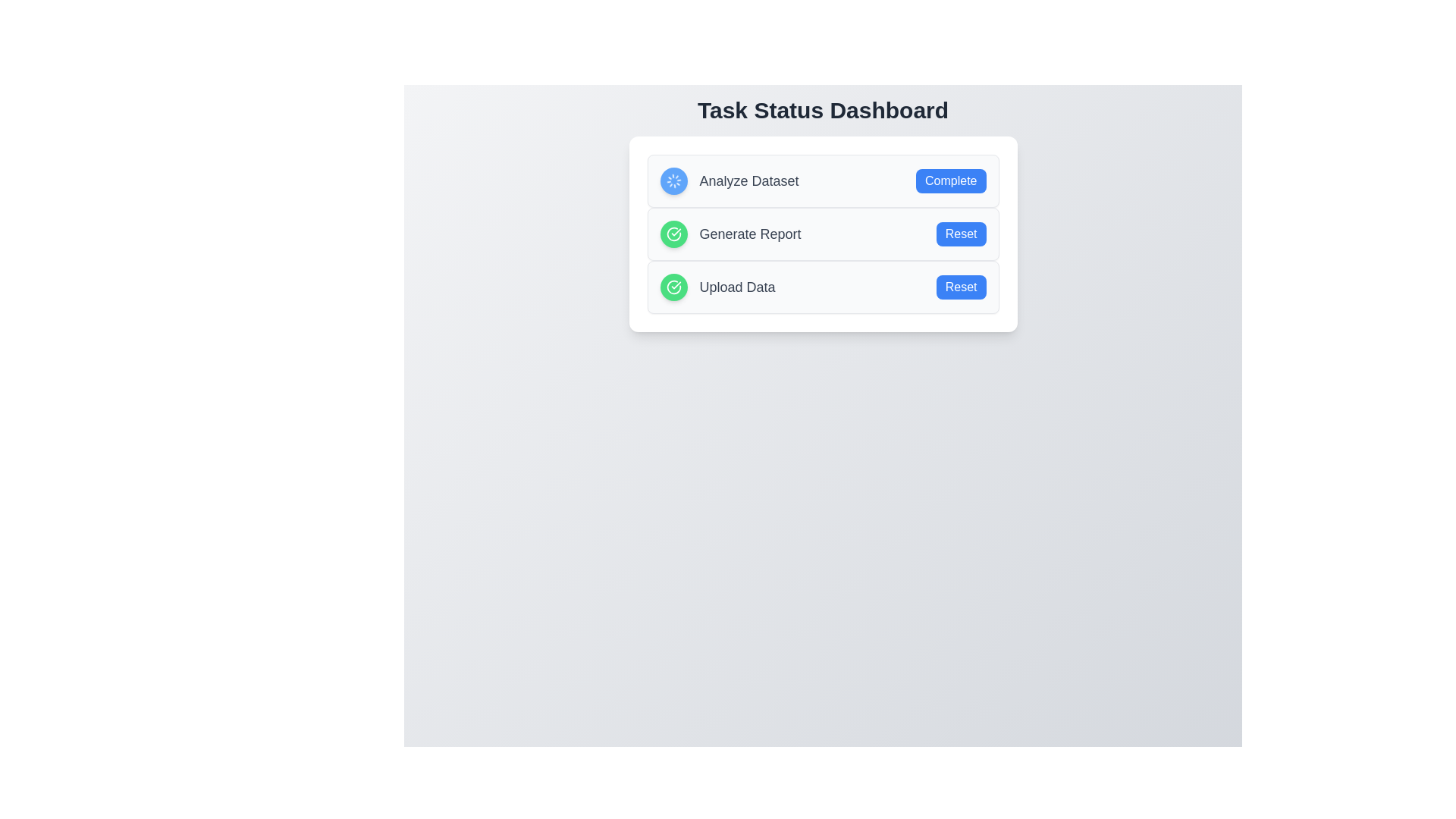 The height and width of the screenshot is (819, 1456). I want to click on the loader animation of the circular blue button with a spinning white loader icon resembling a sunburst, located to the left of the 'Analyze Dataset' text in the task list, so click(673, 180).